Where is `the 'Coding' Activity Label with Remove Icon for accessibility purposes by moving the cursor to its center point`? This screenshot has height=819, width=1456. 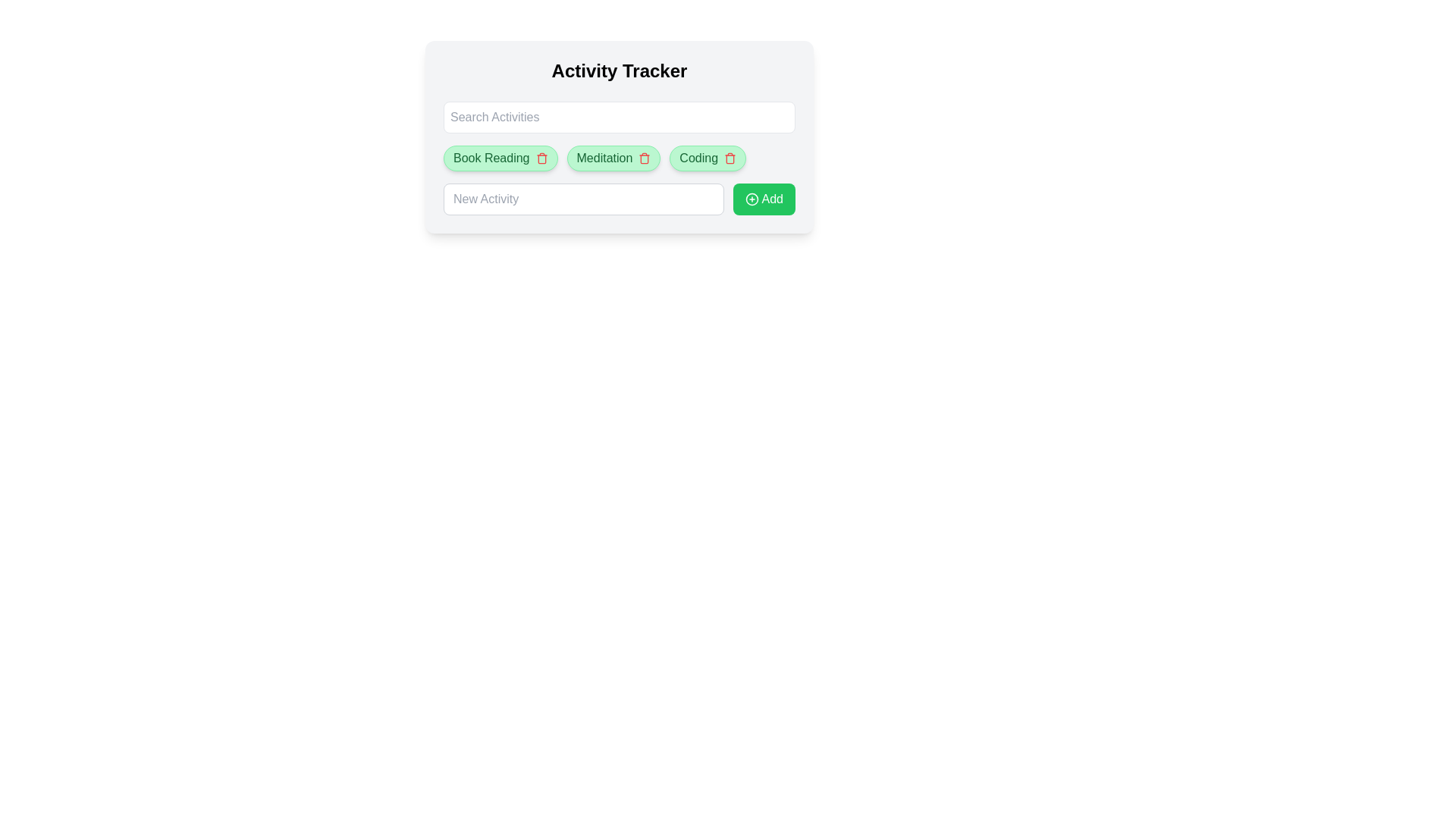
the 'Coding' Activity Label with Remove Icon for accessibility purposes by moving the cursor to its center point is located at coordinates (707, 158).